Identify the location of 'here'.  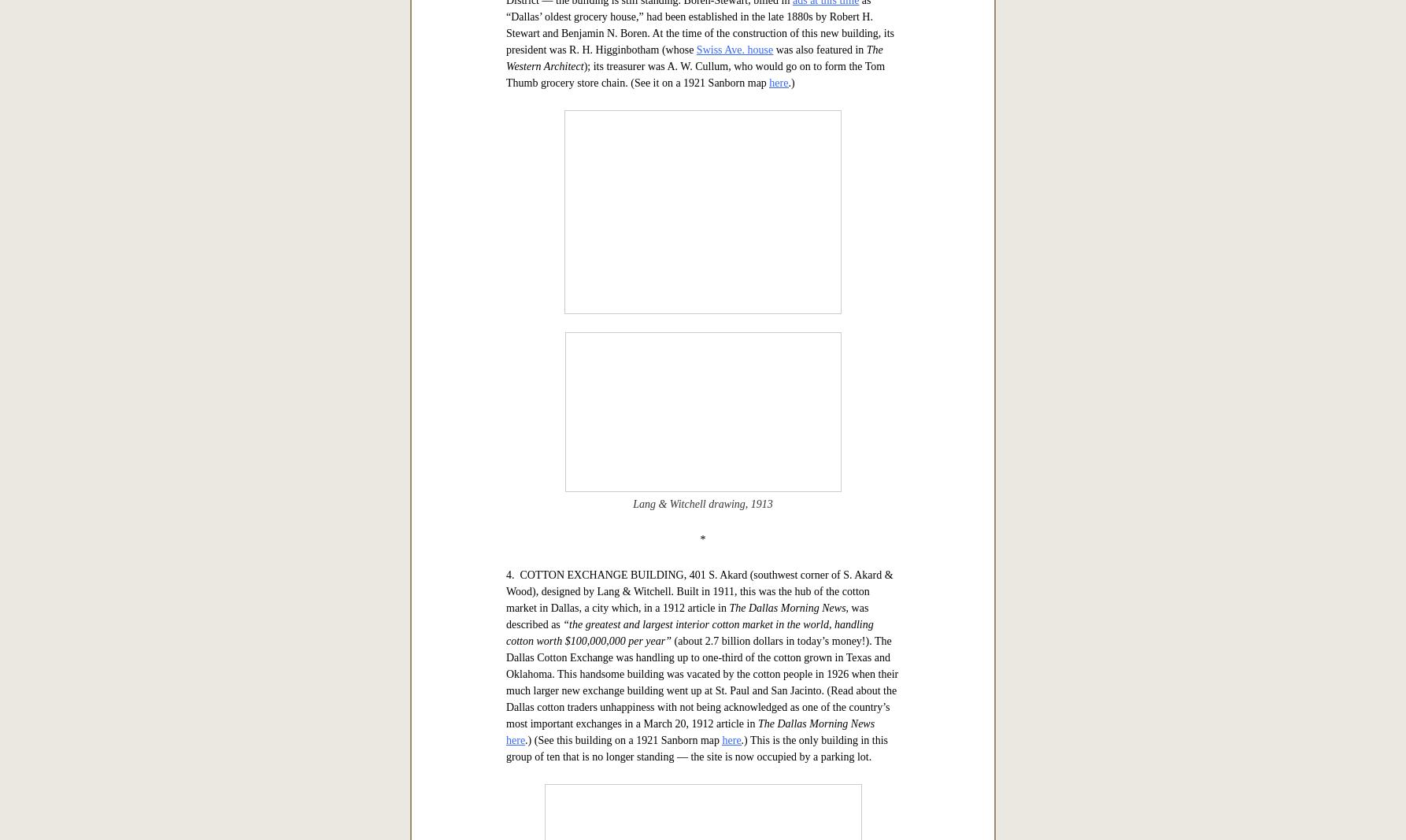
(768, 575).